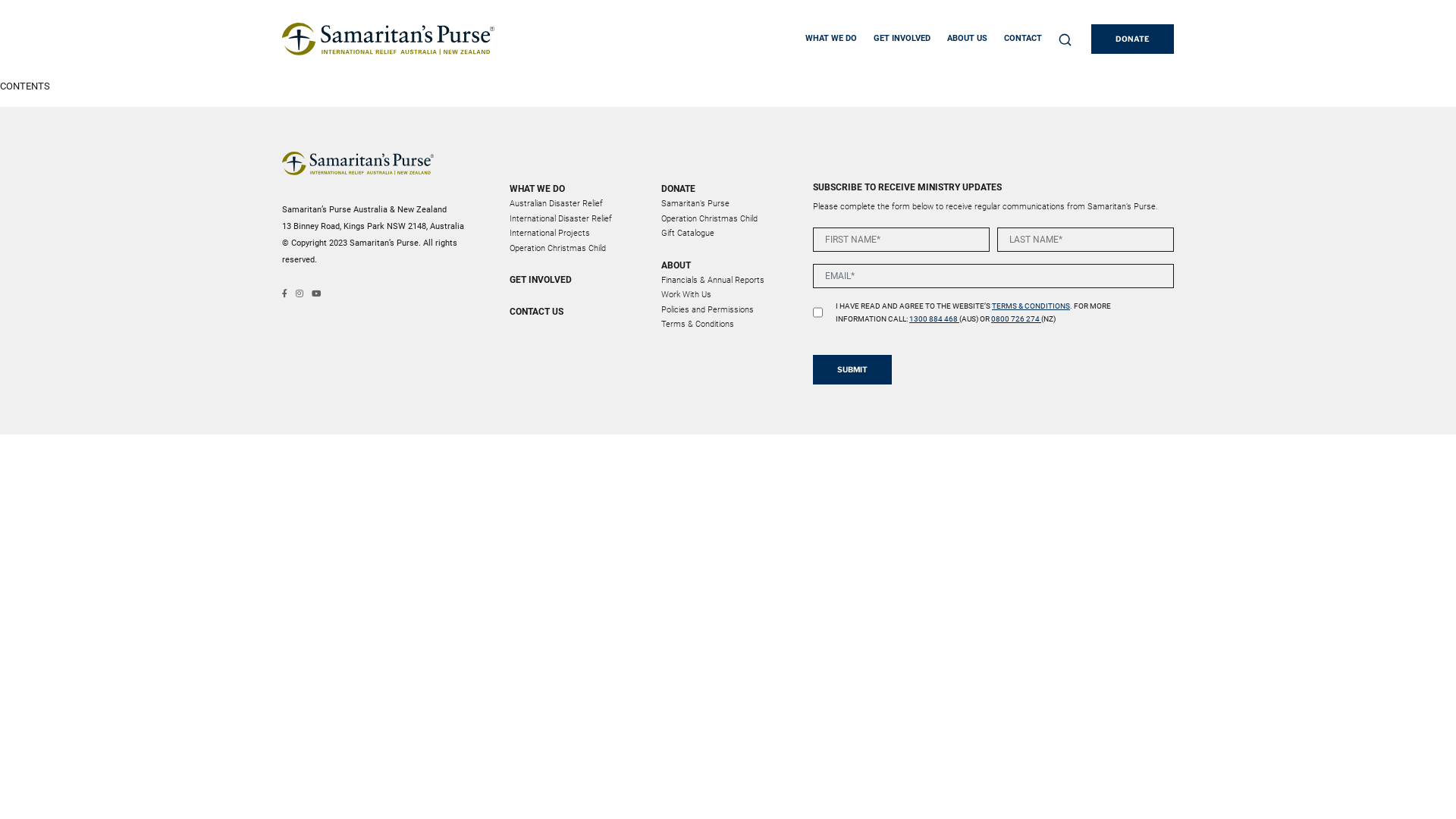 This screenshot has width=1456, height=819. I want to click on '0800 726 274', so click(1015, 318).